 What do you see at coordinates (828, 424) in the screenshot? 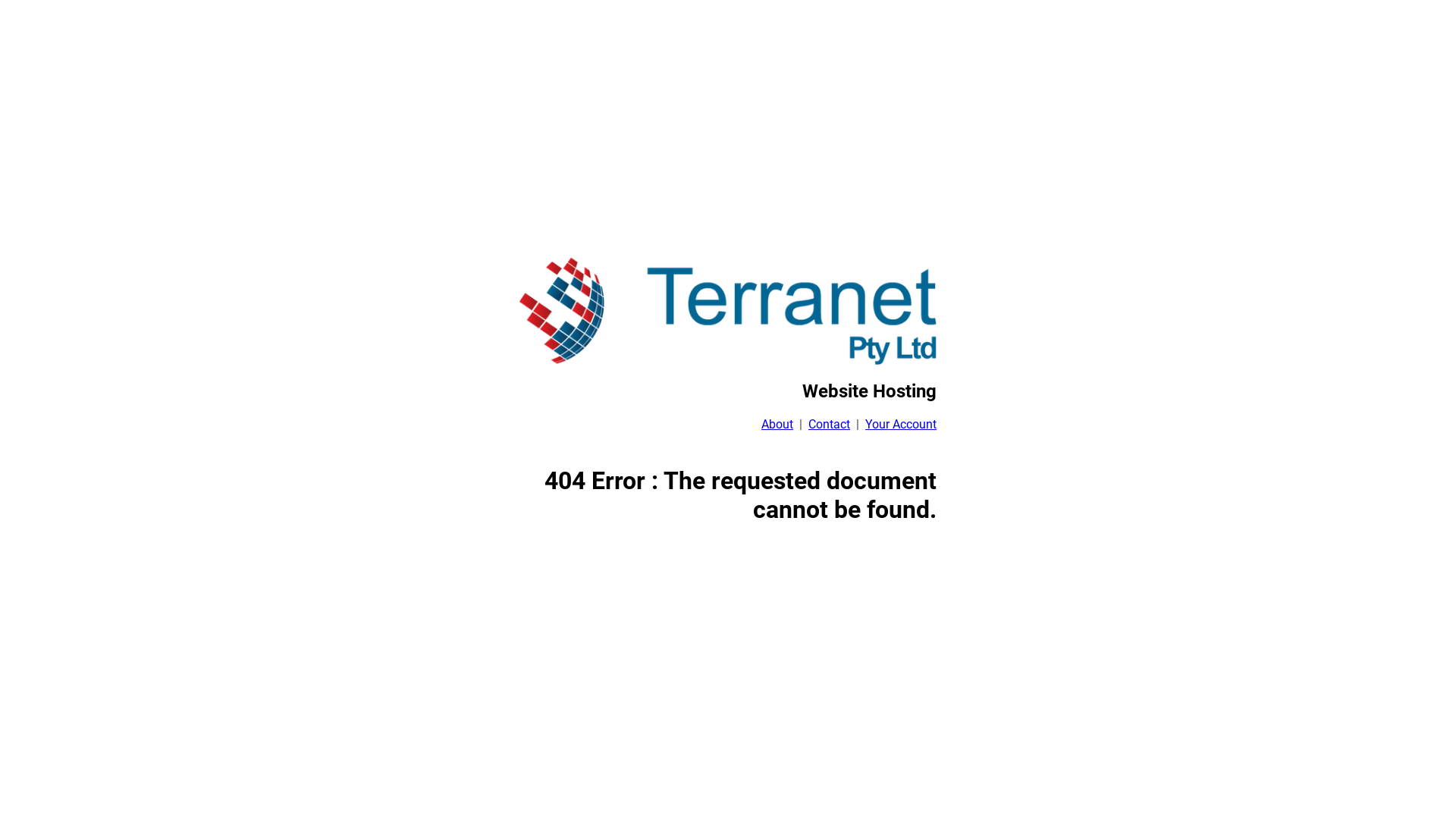
I see `'Contact'` at bounding box center [828, 424].